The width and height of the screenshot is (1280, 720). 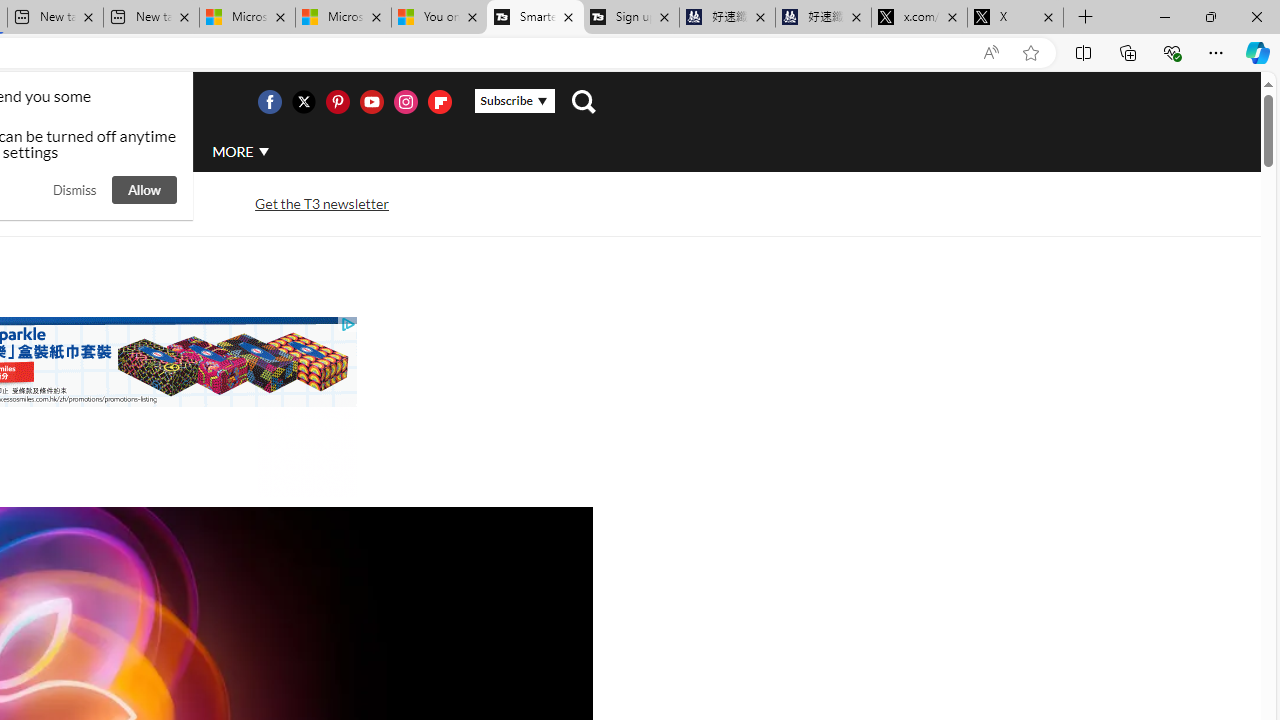 What do you see at coordinates (268, 101) in the screenshot?
I see `'Visit us on Facebook'` at bounding box center [268, 101].